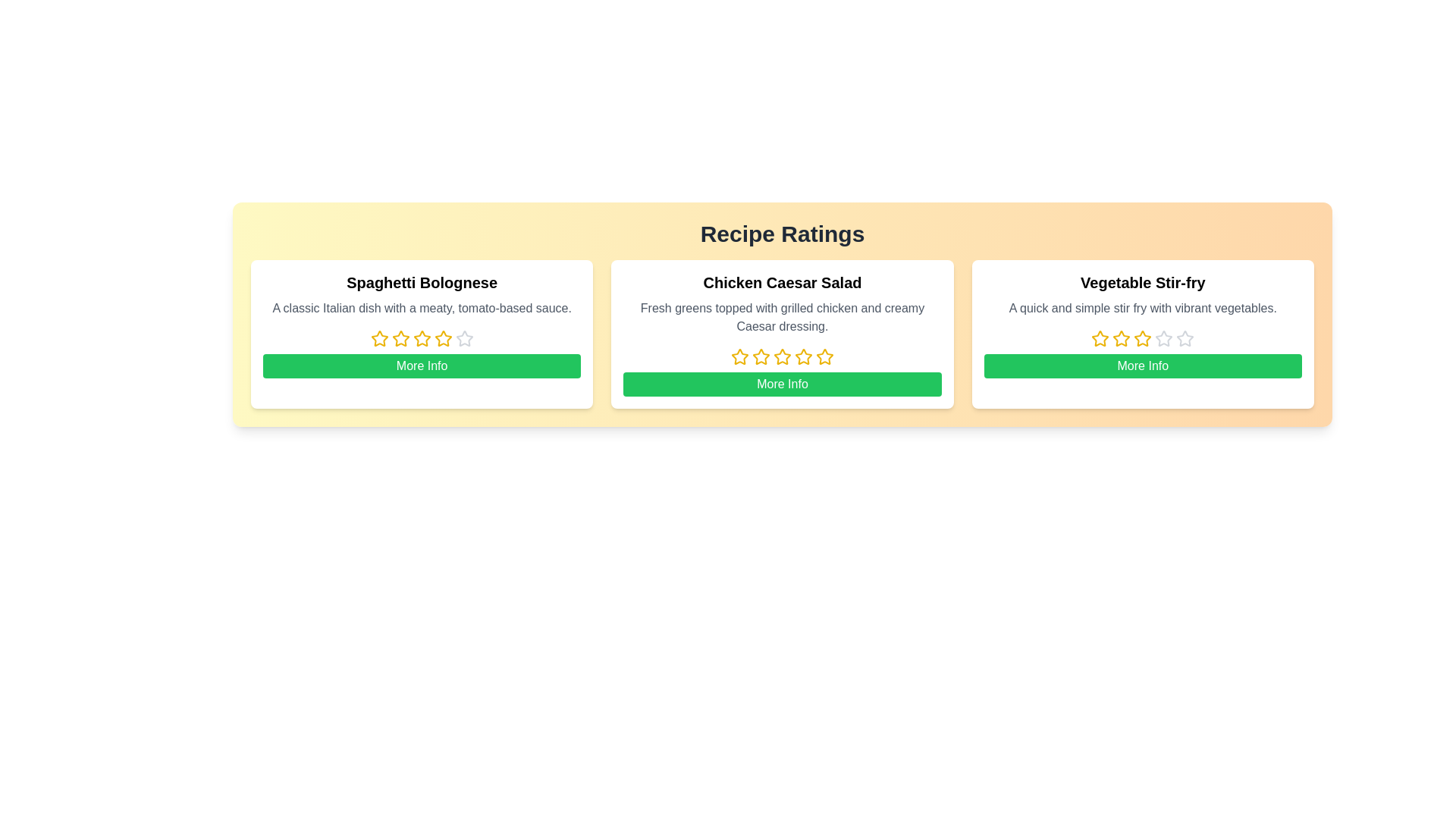 Image resolution: width=1456 pixels, height=819 pixels. What do you see at coordinates (422, 366) in the screenshot?
I see `the 'More Info' button for the recipe identified by Spaghetti Bolognese` at bounding box center [422, 366].